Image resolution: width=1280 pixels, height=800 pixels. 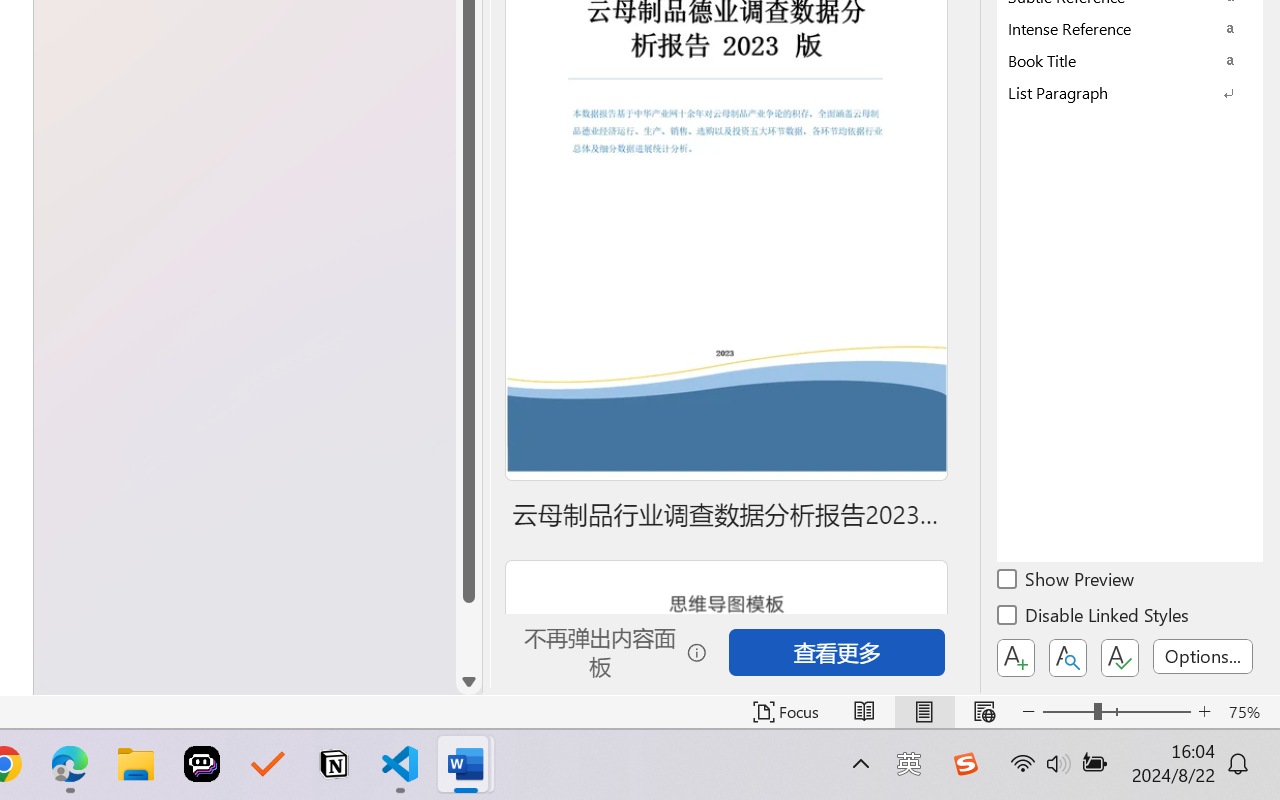 I want to click on 'Book Title', so click(x=1130, y=59).